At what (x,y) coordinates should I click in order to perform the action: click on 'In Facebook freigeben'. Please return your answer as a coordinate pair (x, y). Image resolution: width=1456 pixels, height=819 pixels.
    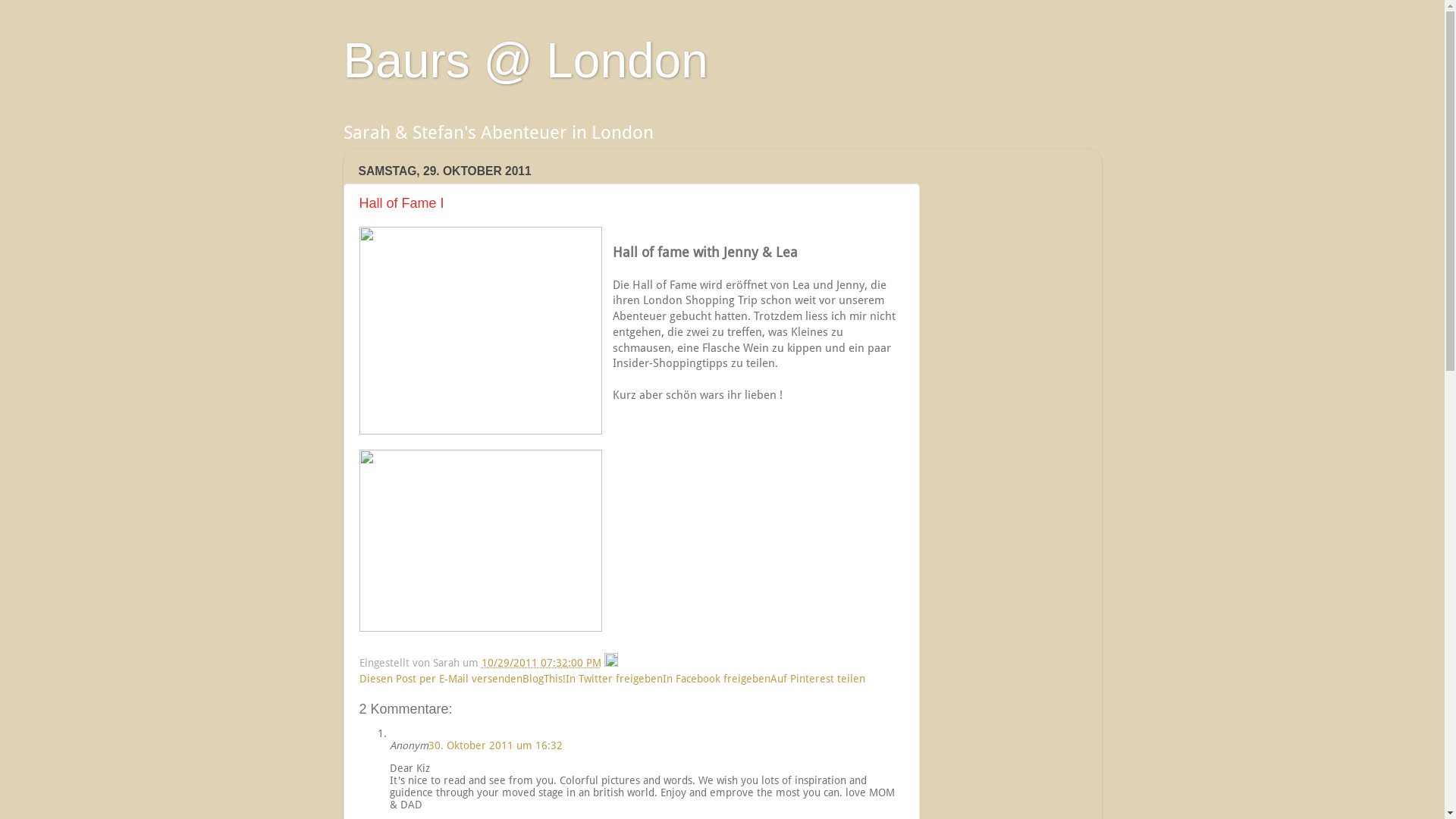
    Looking at the image, I should click on (716, 677).